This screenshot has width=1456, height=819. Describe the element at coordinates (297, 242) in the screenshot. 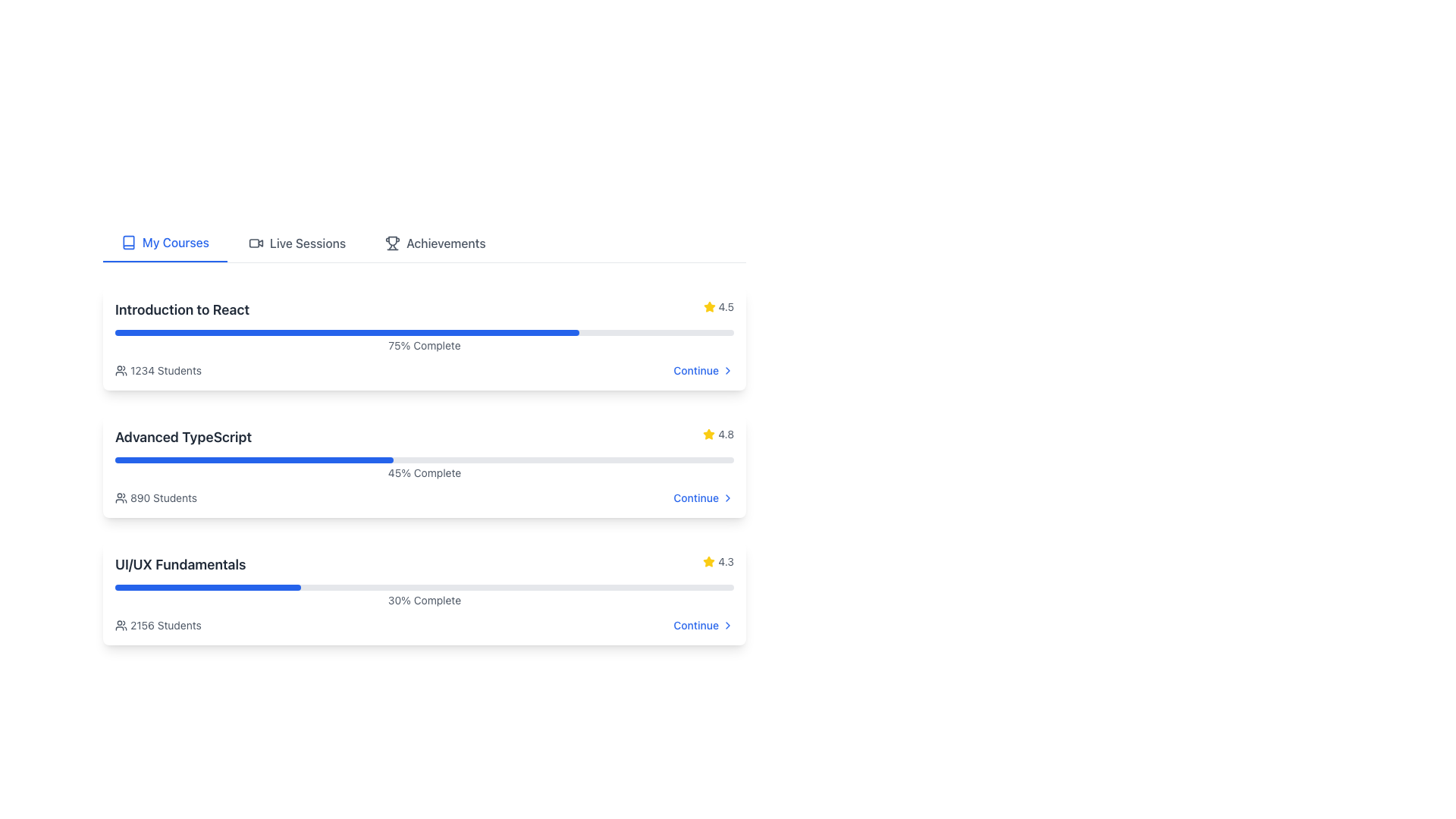

I see `the 'Live Sessions' tab in the Navigation Tab to change its text color to blue` at that location.